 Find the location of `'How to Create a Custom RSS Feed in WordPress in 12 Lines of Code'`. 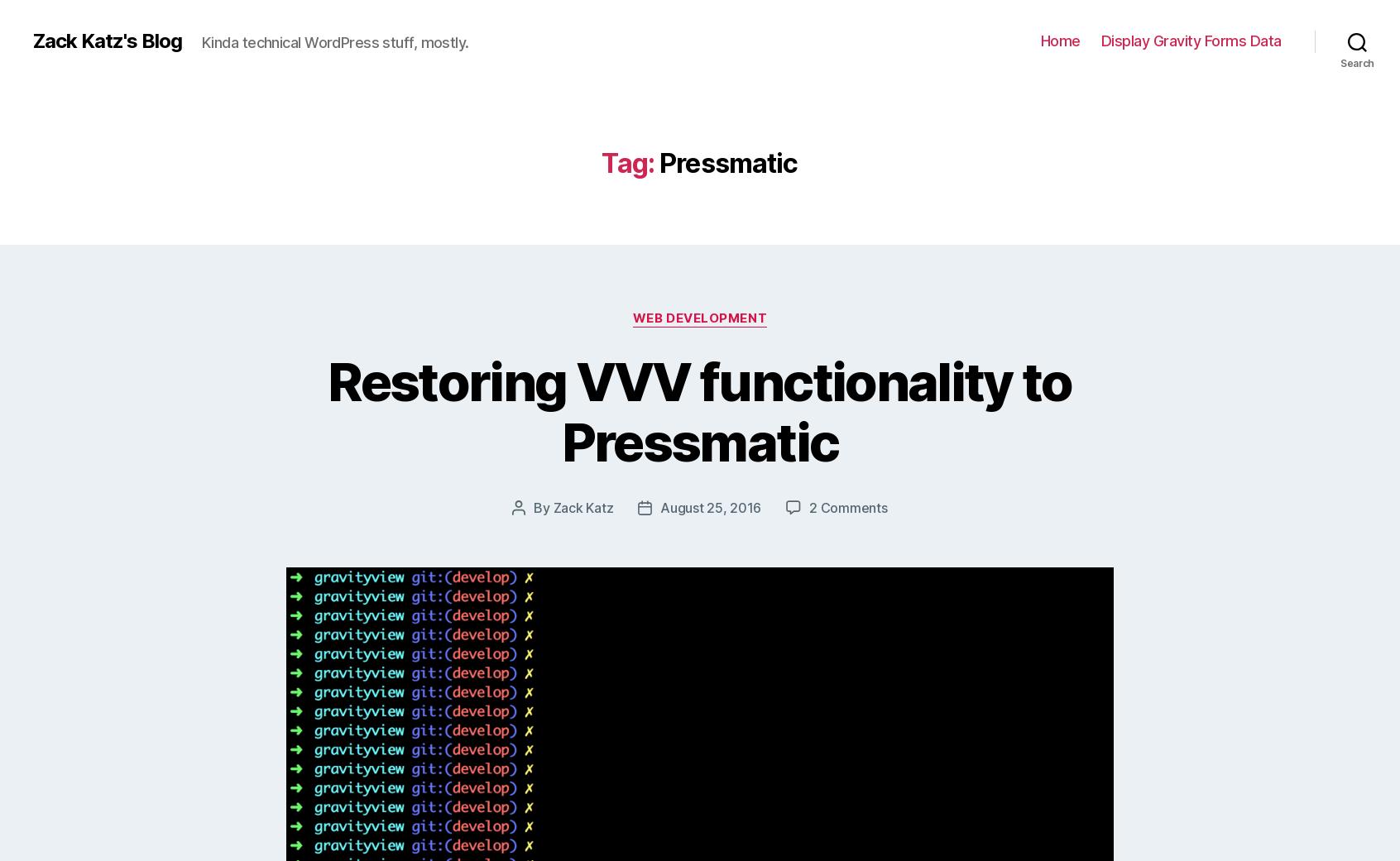

'How to Create a Custom RSS Feed in WordPress in 12 Lines of Code' is located at coordinates (963, 671).